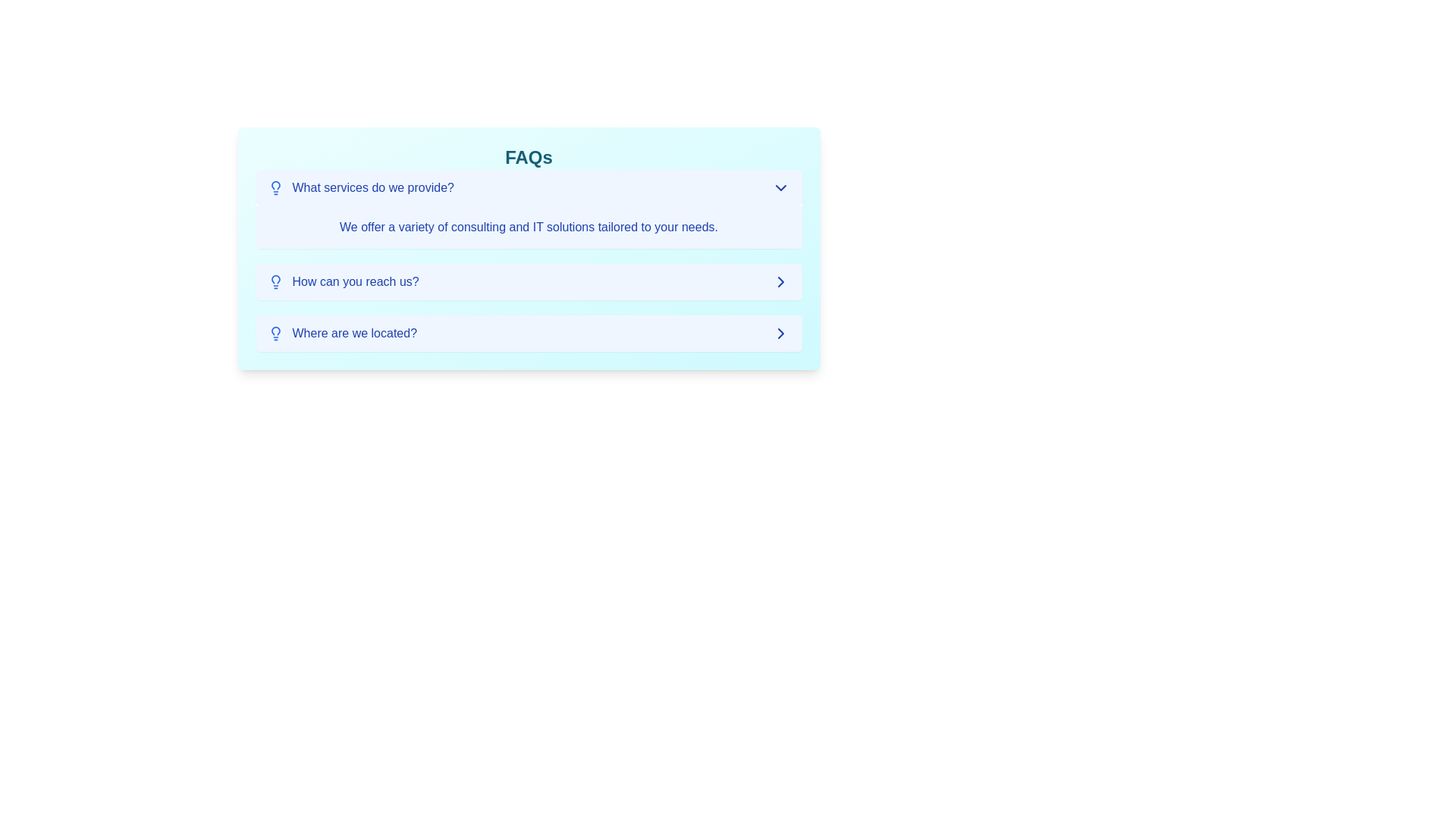 The image size is (1456, 819). I want to click on the chevron icon located next to the 'Where are we located?' question in the FAQ list, so click(780, 332).